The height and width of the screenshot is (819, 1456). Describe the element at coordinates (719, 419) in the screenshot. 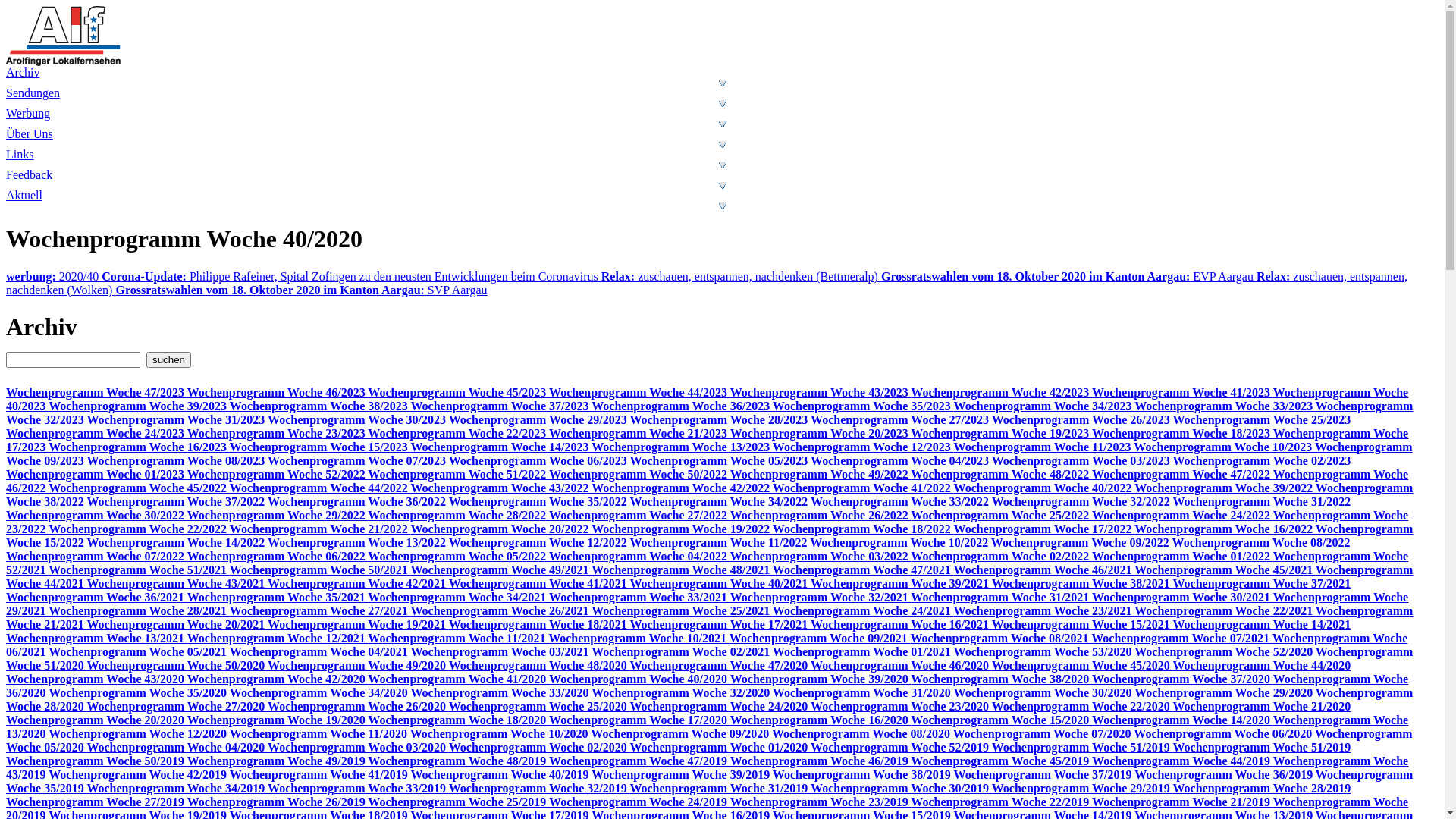

I see `'Wochenprogramm Woche 28/2023'` at that location.